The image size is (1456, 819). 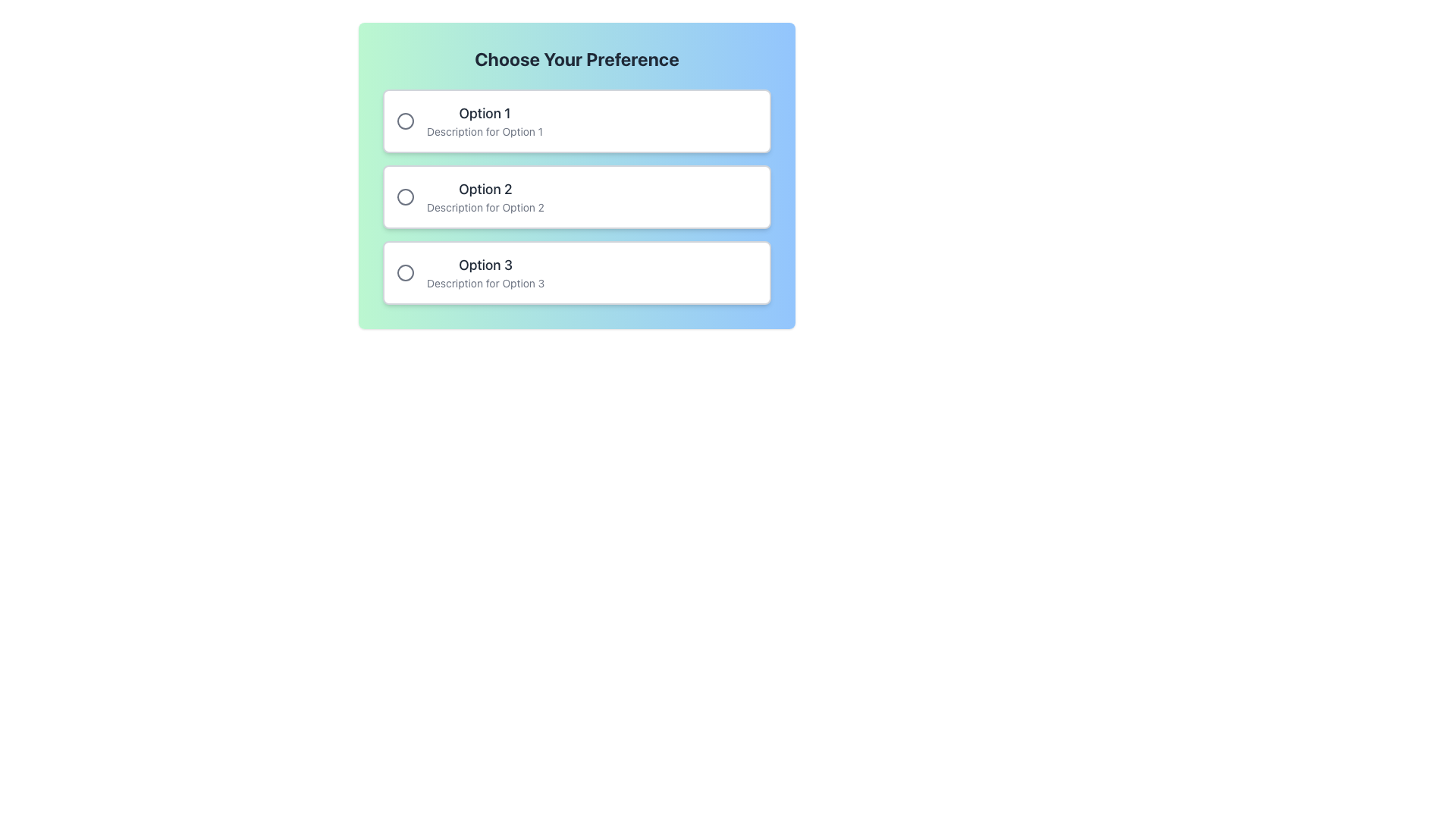 What do you see at coordinates (405, 271) in the screenshot?
I see `the circular graphical element labeled 'Option 3' in the third row of options` at bounding box center [405, 271].